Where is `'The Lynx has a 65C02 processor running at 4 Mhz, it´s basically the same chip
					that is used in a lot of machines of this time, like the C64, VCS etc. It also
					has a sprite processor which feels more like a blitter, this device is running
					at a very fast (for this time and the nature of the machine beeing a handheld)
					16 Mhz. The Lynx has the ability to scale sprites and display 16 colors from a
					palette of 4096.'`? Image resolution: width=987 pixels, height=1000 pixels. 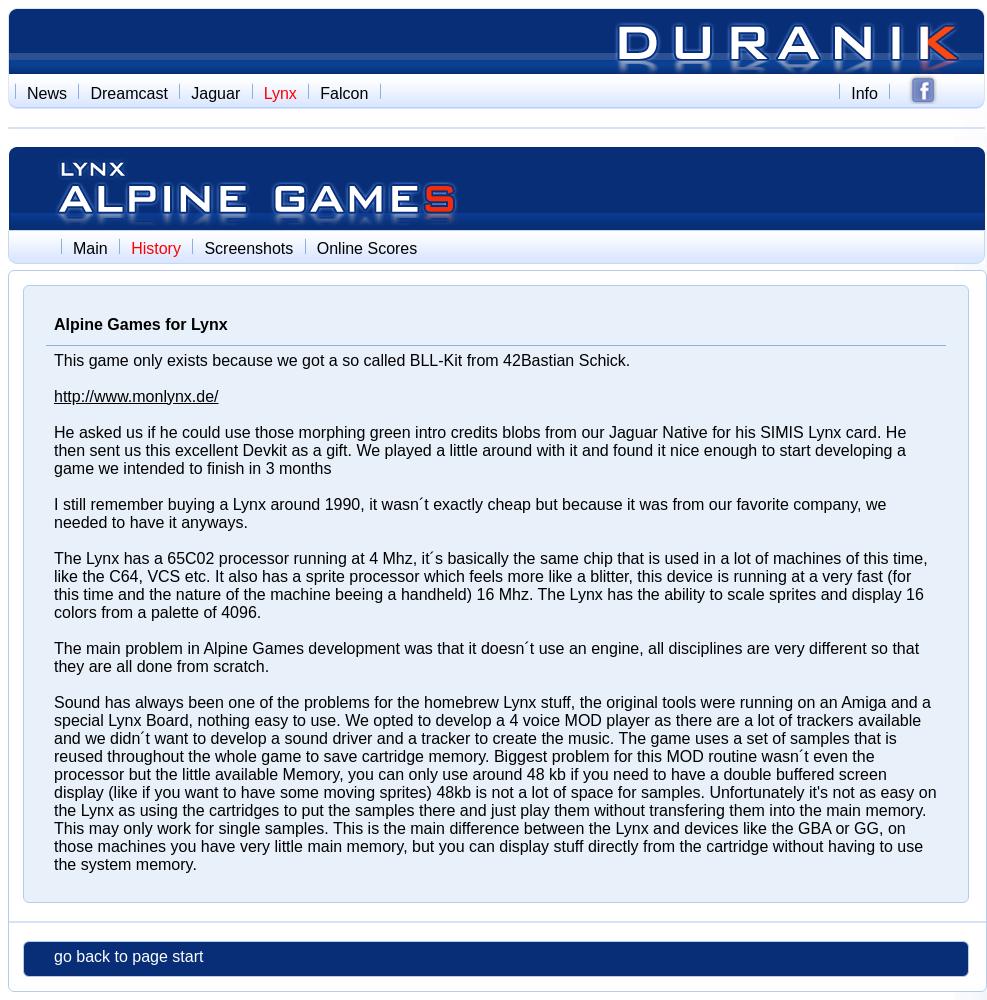
'The Lynx has a 65C02 processor running at 4 Mhz, it´s basically the same chip
					that is used in a lot of machines of this time, like the C64, VCS etc. It also
					has a sprite processor which feels more like a blitter, this device is running
					at a very fast (for this time and the nature of the machine beeing a handheld)
					16 Mhz. The Lynx has the ability to scale sprites and display 16 colors from a
					palette of 4096.' is located at coordinates (489, 583).